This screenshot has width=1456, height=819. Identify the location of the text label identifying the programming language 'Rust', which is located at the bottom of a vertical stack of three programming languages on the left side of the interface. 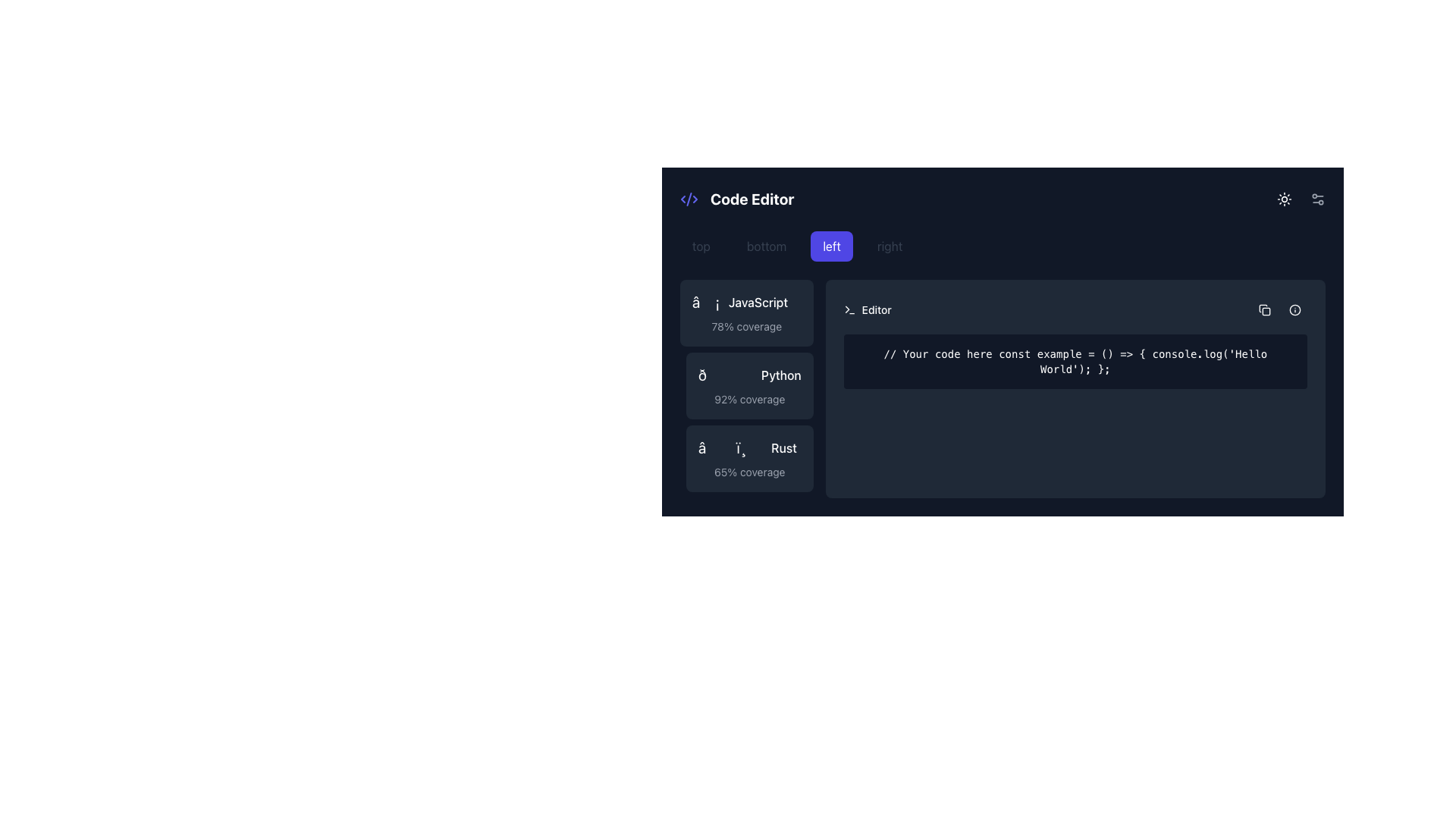
(783, 447).